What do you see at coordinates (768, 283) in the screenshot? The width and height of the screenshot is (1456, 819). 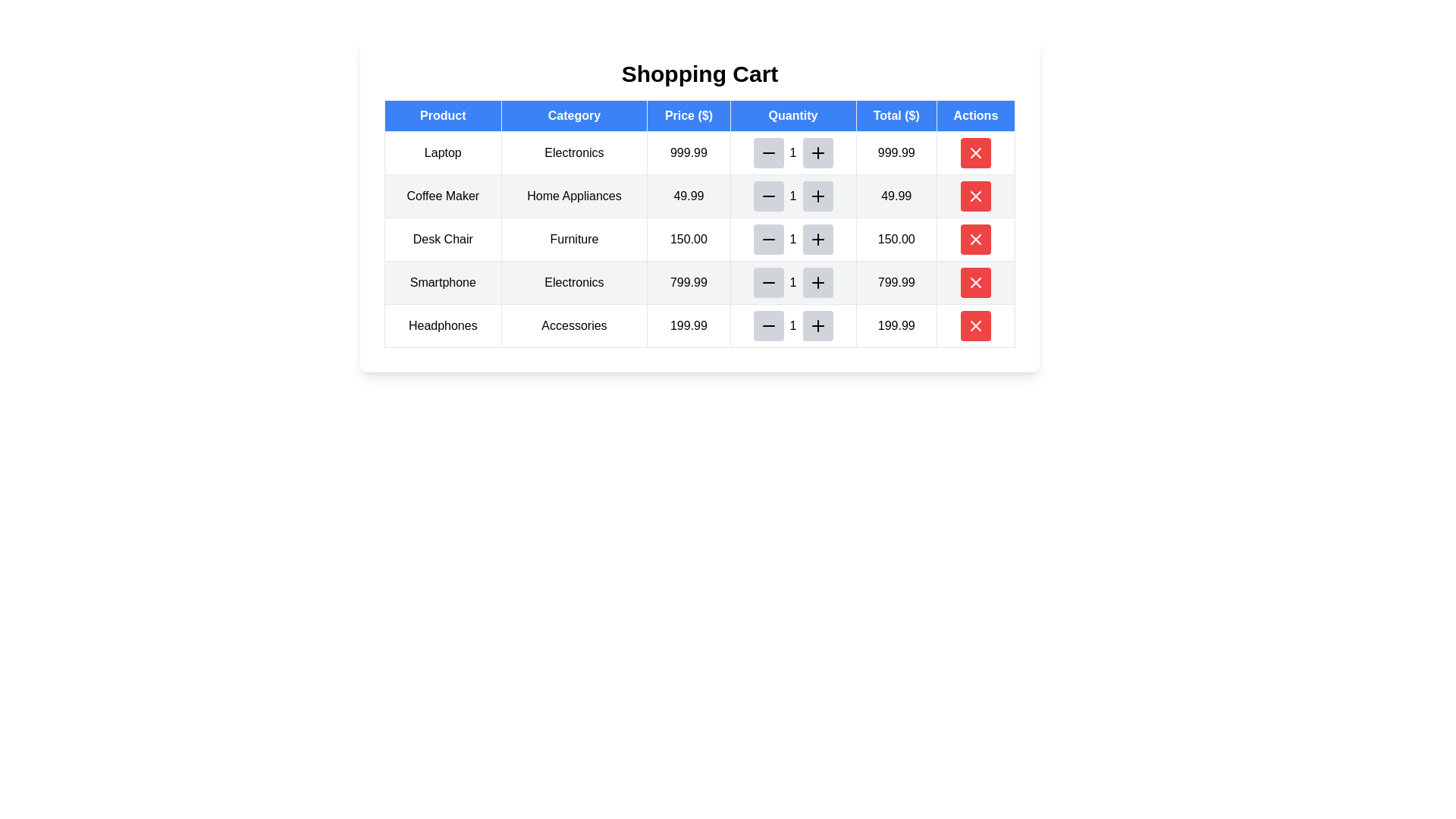 I see `the minus icon in the 'Quantity' column of the shopping cart interface to reduce the quantity of the Smartphone item` at bounding box center [768, 283].